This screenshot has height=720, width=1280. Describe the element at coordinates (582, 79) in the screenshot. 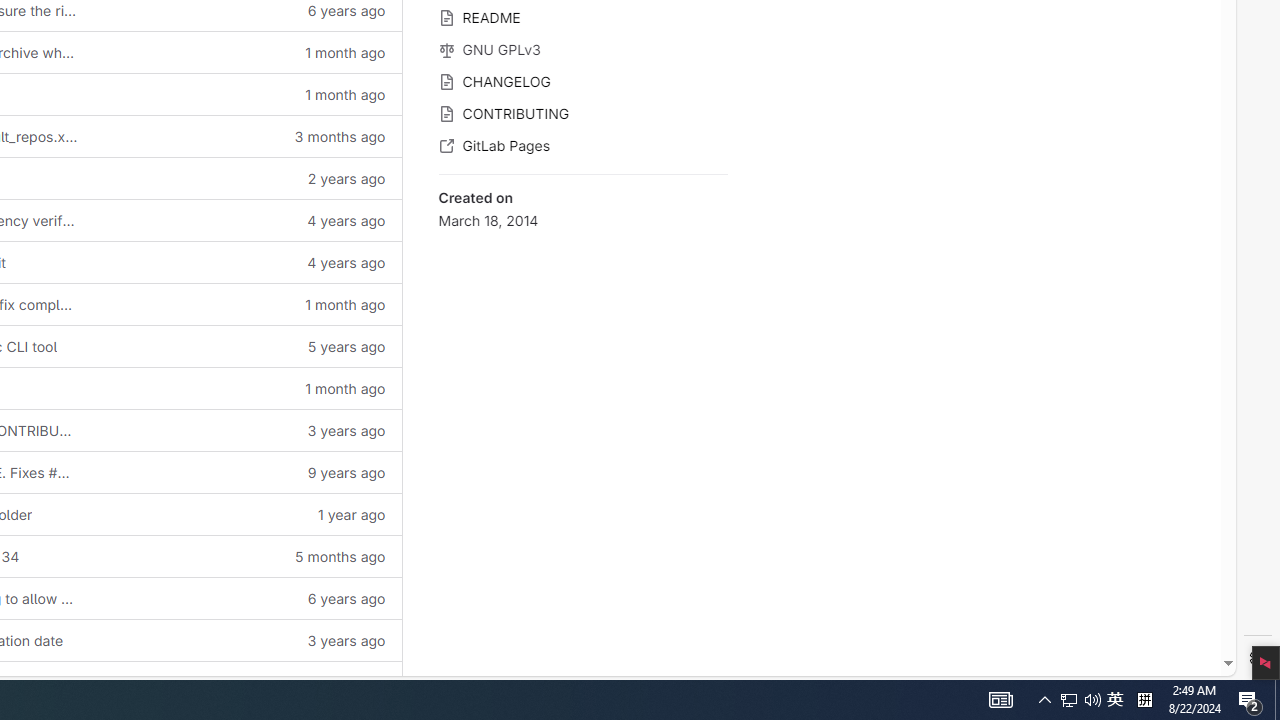

I see `'CHANGELOG'` at that location.